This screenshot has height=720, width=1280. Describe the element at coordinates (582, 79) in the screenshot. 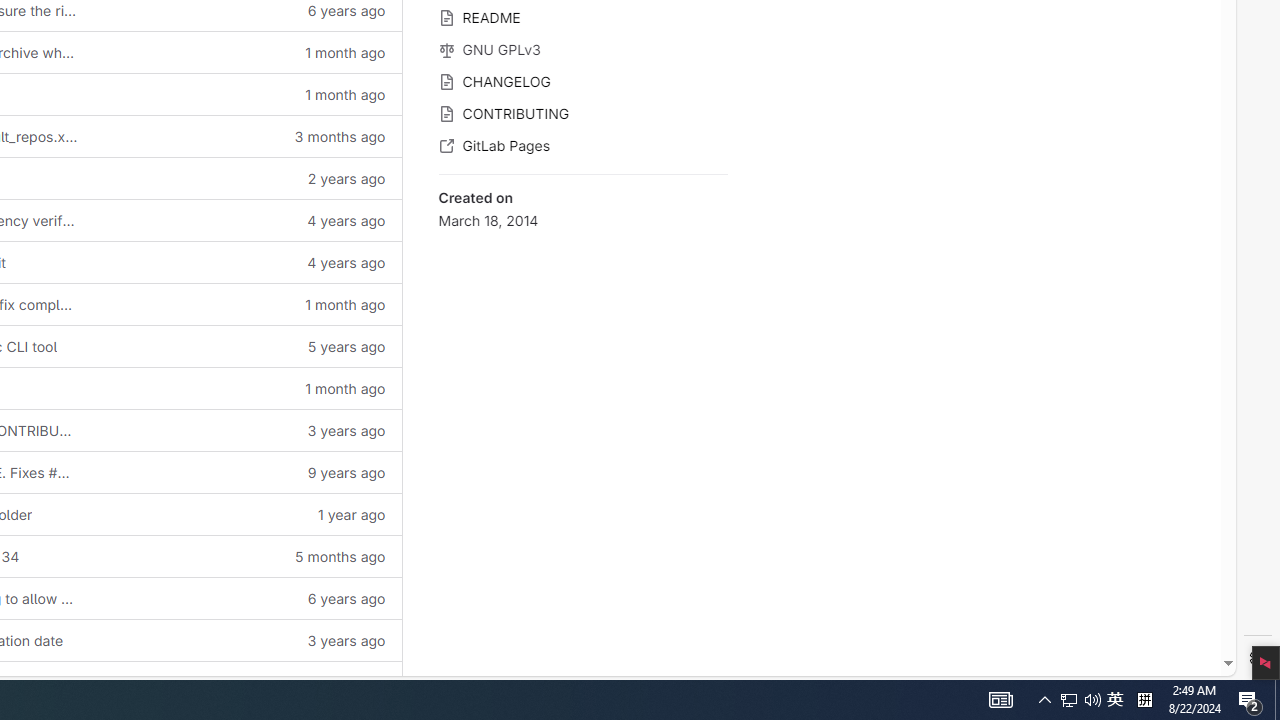

I see `'CHANGELOG'` at that location.